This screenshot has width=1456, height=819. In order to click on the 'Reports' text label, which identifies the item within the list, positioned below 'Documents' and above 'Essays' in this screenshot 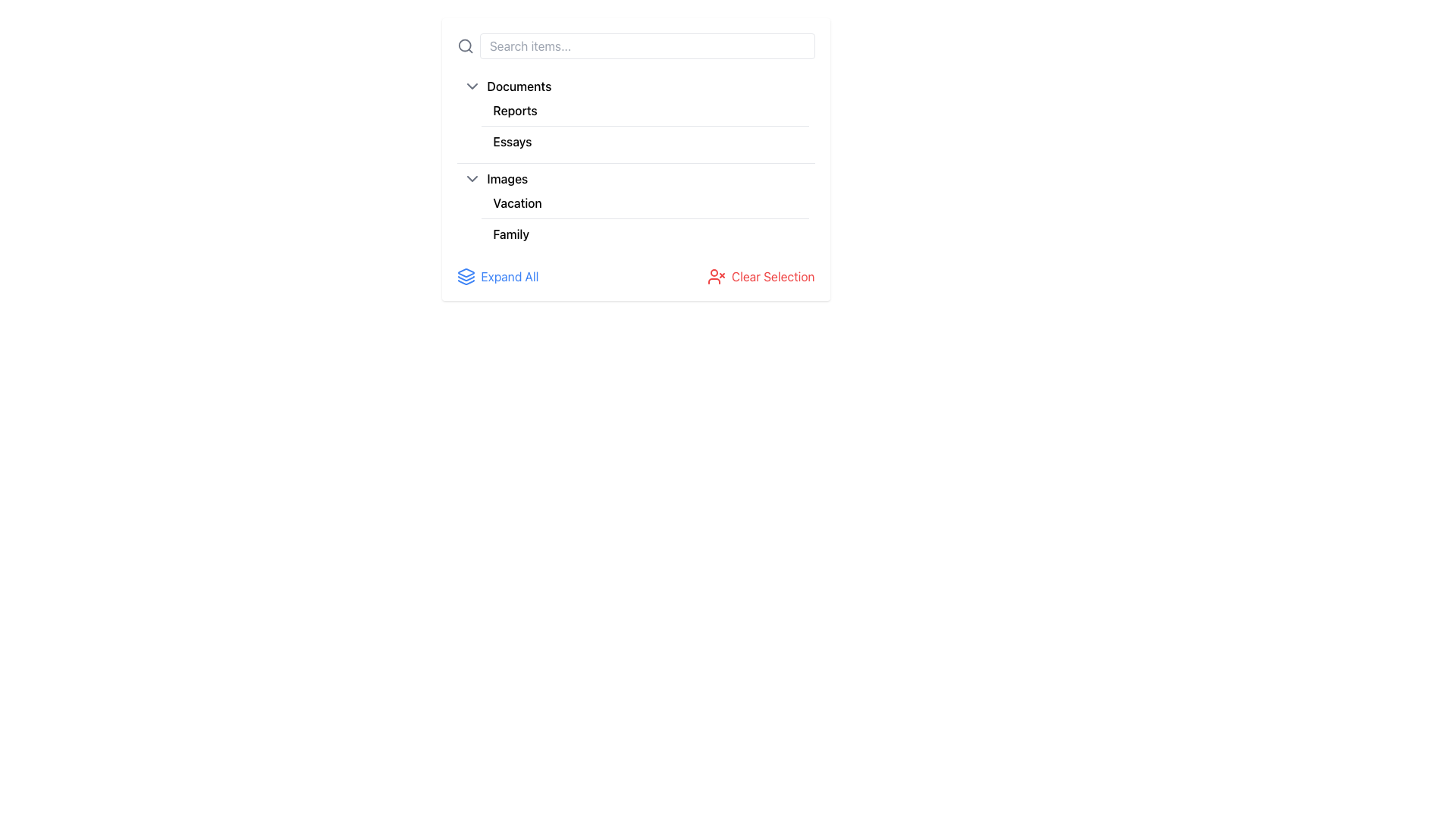, I will do `click(515, 110)`.